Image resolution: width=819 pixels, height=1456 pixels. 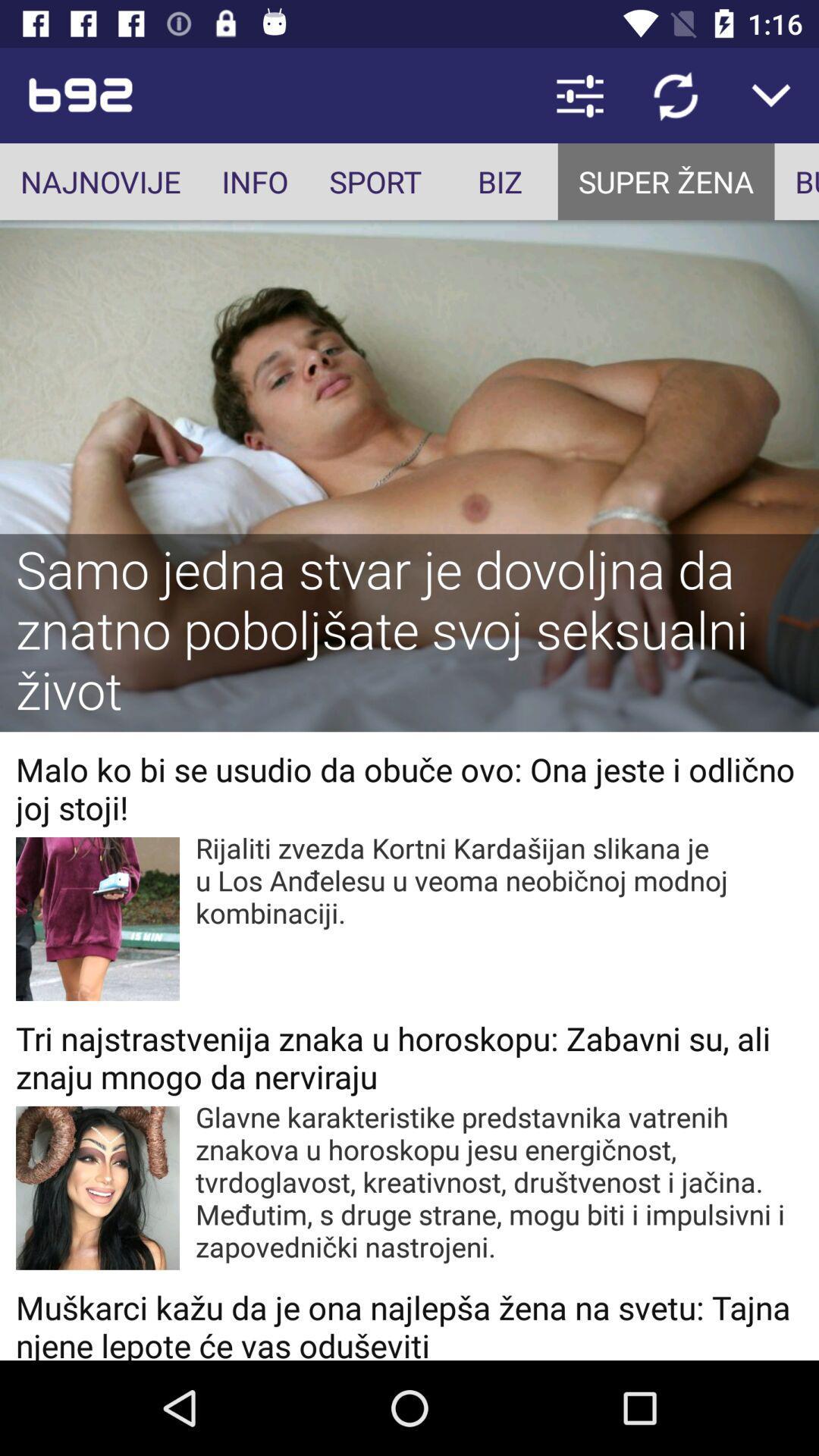 I want to click on info button, so click(x=254, y=181).